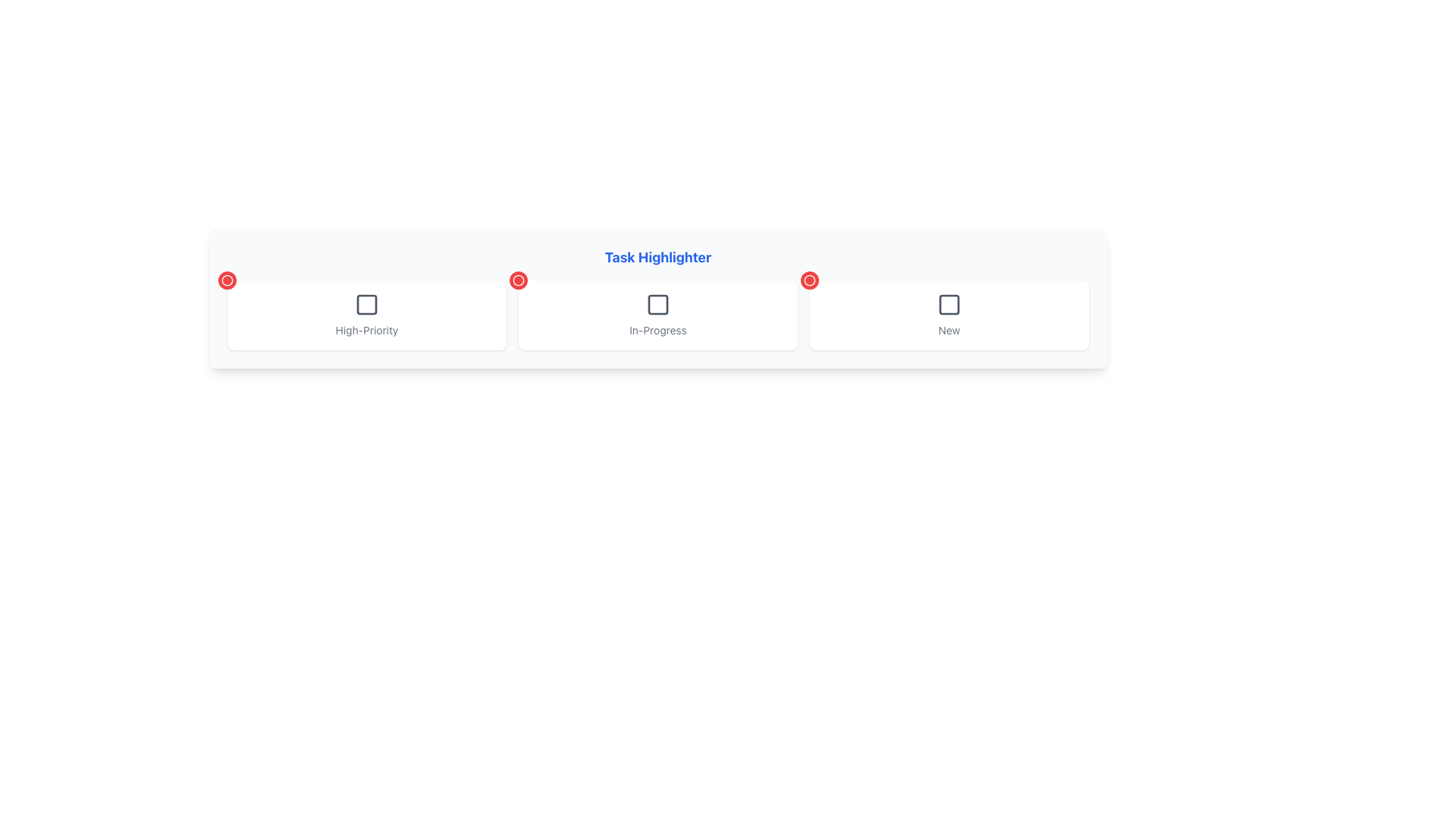 The image size is (1456, 819). Describe the element at coordinates (658, 315) in the screenshot. I see `the center of the 'In-Progress' Panel, which is located in the middle of a three-column grid layout` at that location.